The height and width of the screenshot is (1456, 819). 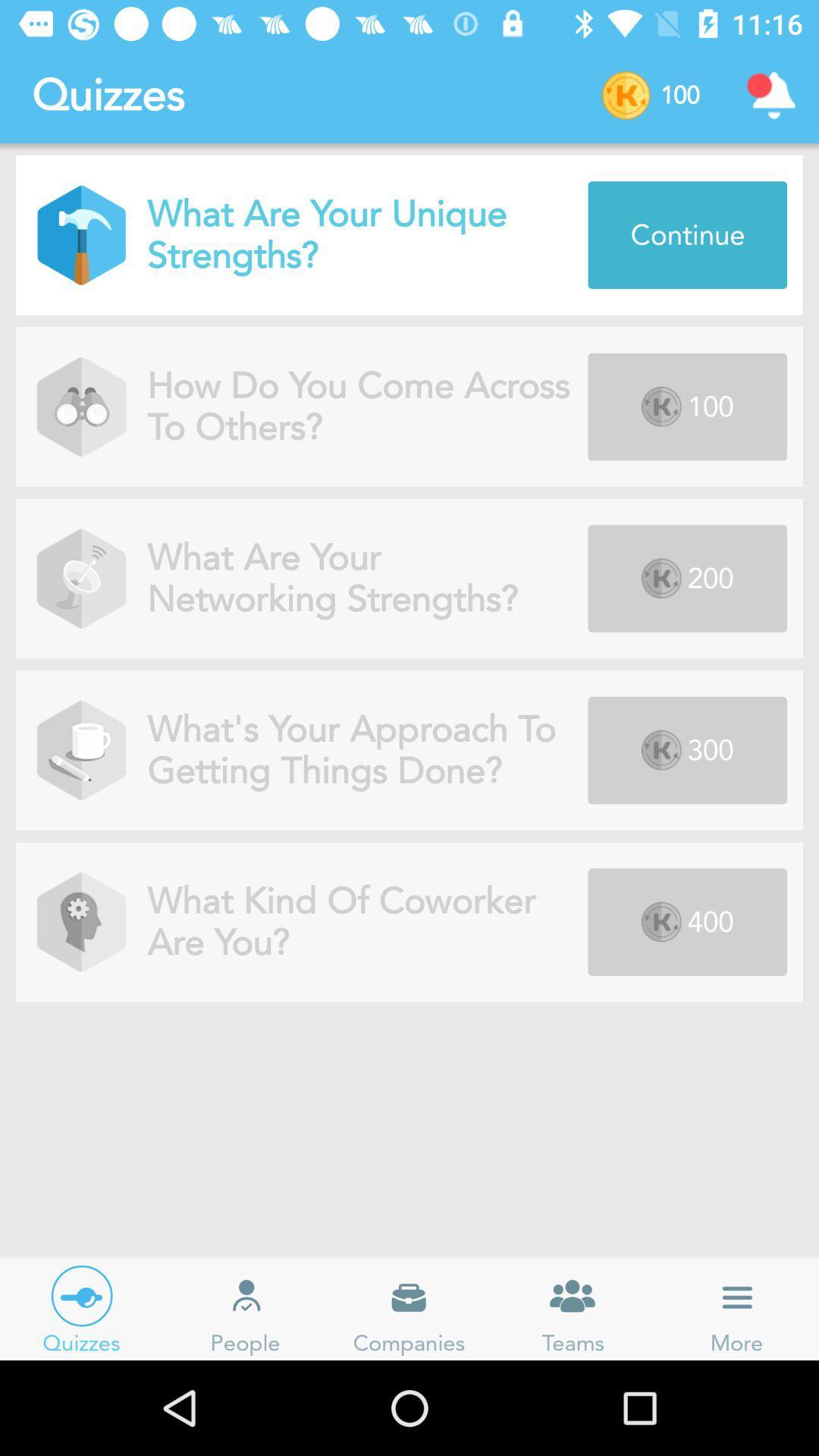 What do you see at coordinates (81, 406) in the screenshot?
I see `move to second left icon from the top` at bounding box center [81, 406].